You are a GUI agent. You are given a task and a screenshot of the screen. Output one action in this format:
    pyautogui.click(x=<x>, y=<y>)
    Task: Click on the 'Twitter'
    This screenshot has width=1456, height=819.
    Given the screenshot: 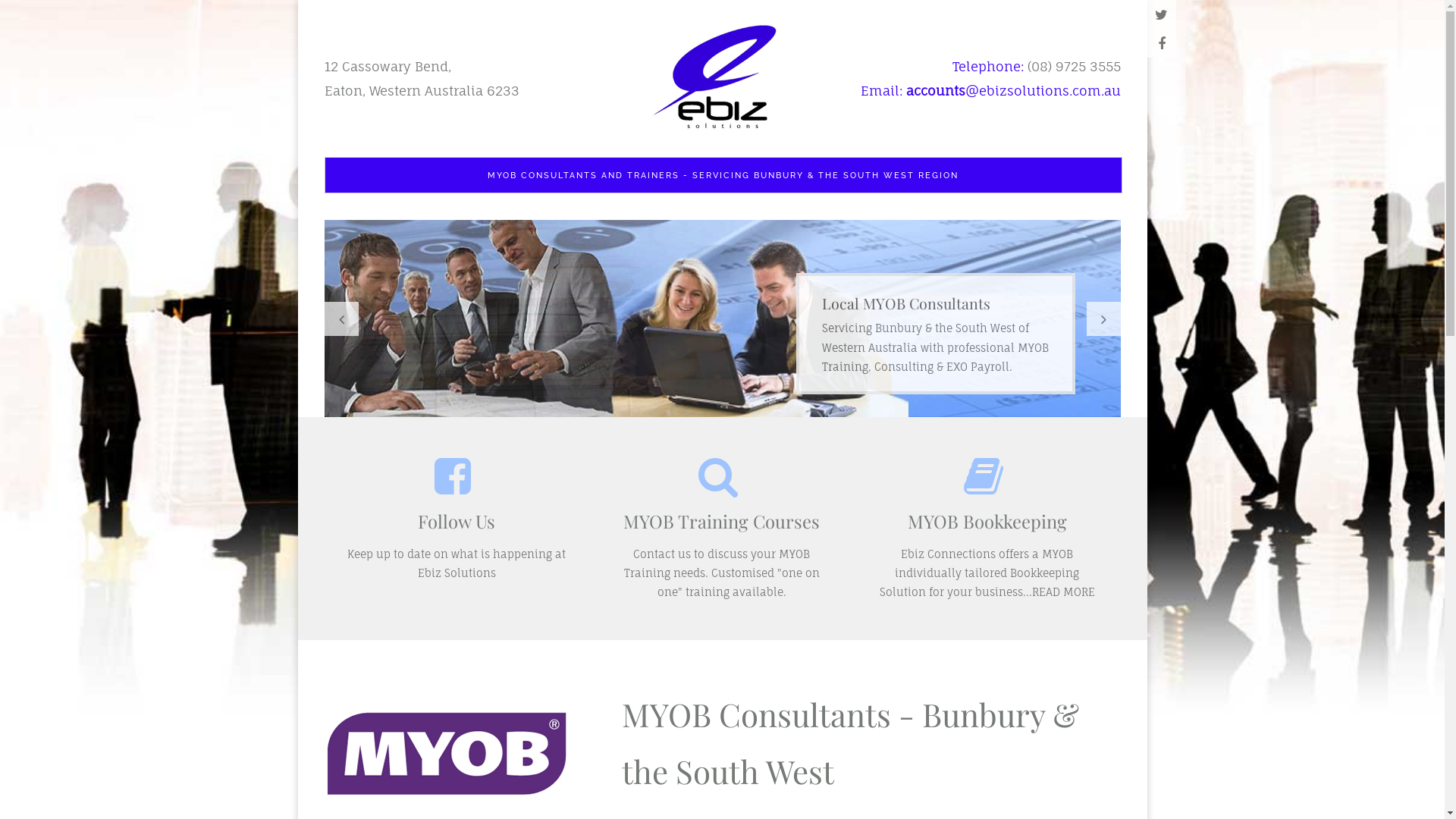 What is the action you would take?
    pyautogui.click(x=1160, y=14)
    